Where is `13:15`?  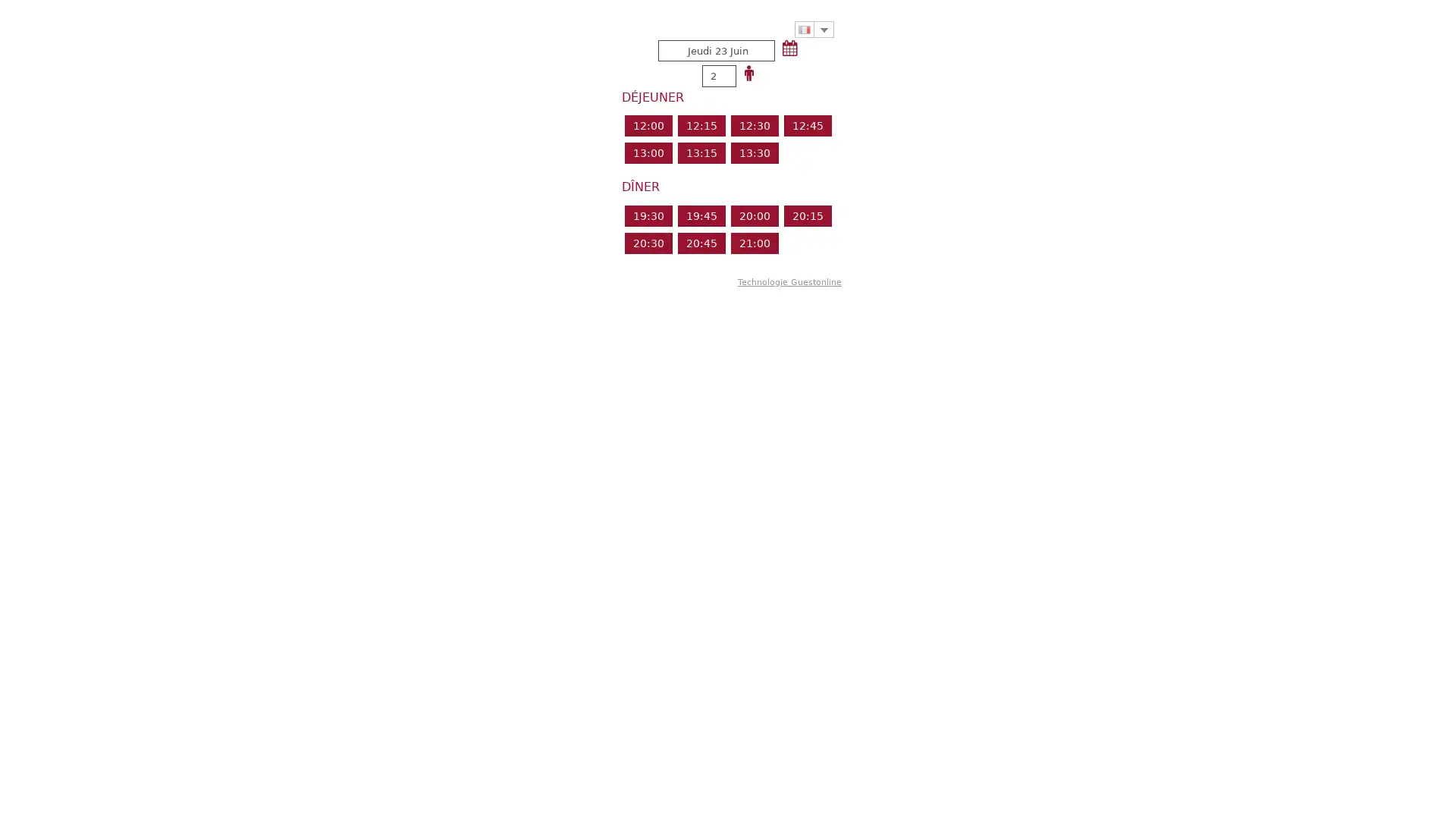 13:15 is located at coordinates (700, 152).